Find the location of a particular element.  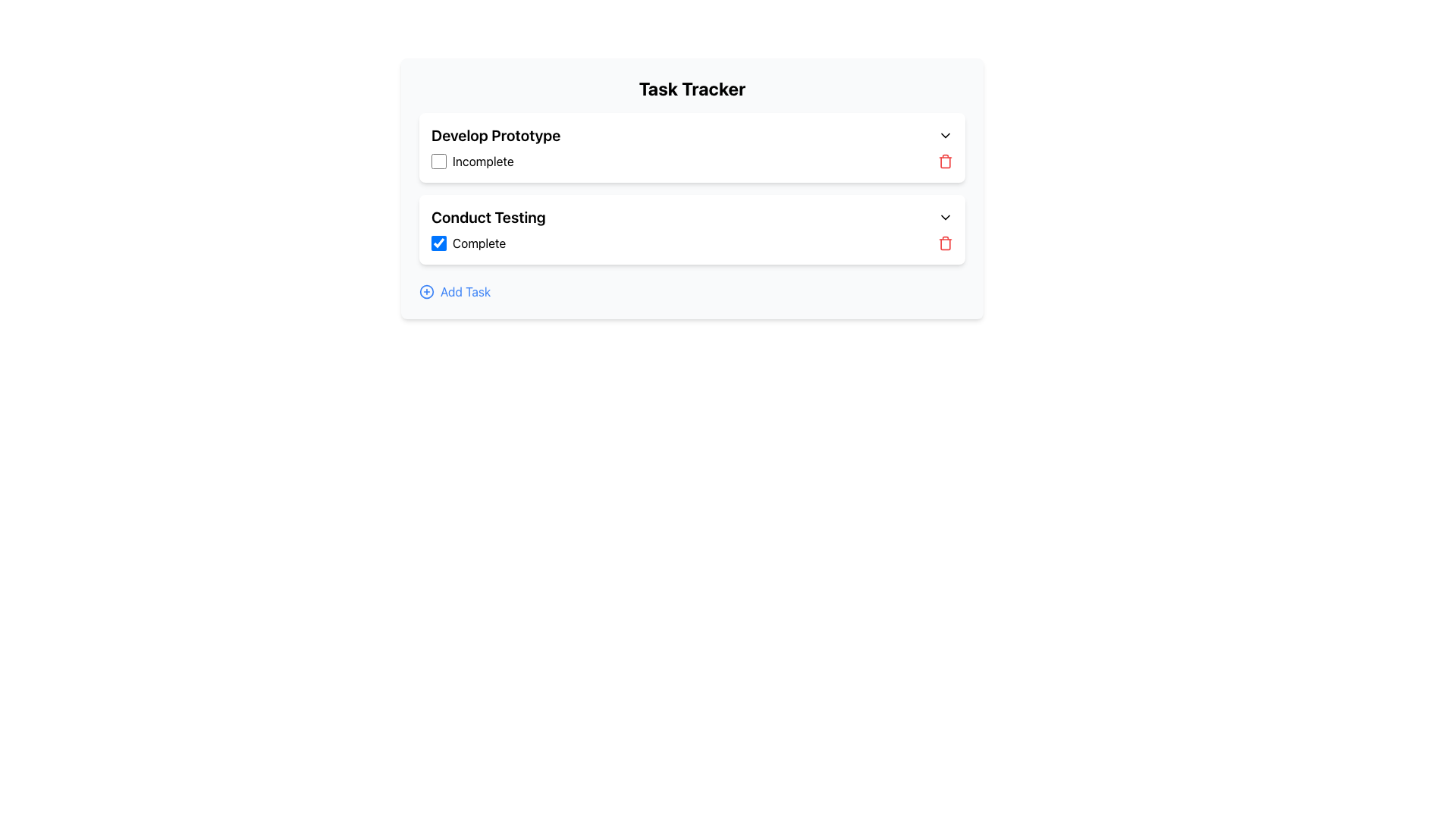

the checkbox labeled 'Incomplete' is located at coordinates (472, 161).